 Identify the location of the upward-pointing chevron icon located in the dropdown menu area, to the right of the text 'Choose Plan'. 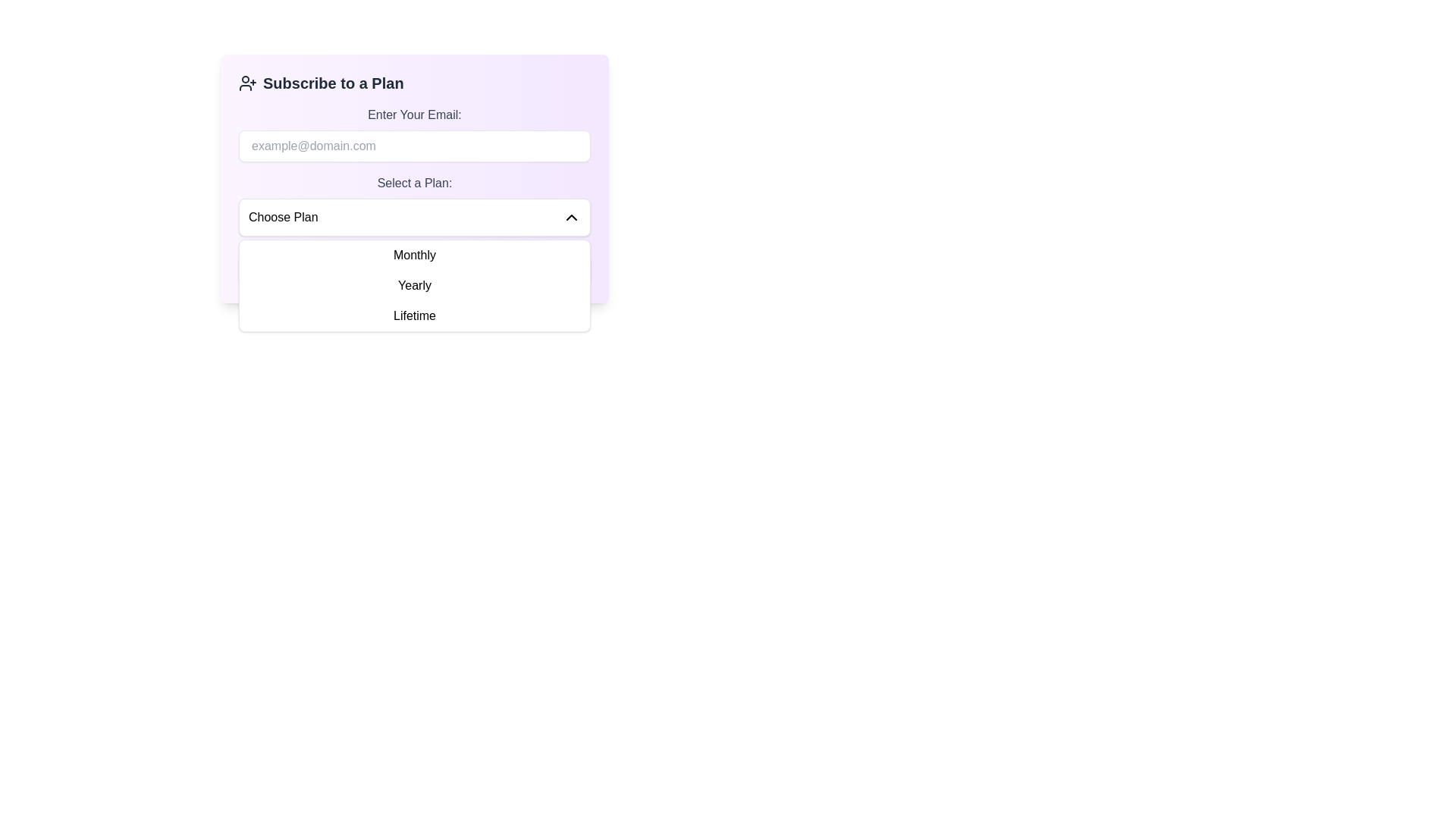
(570, 217).